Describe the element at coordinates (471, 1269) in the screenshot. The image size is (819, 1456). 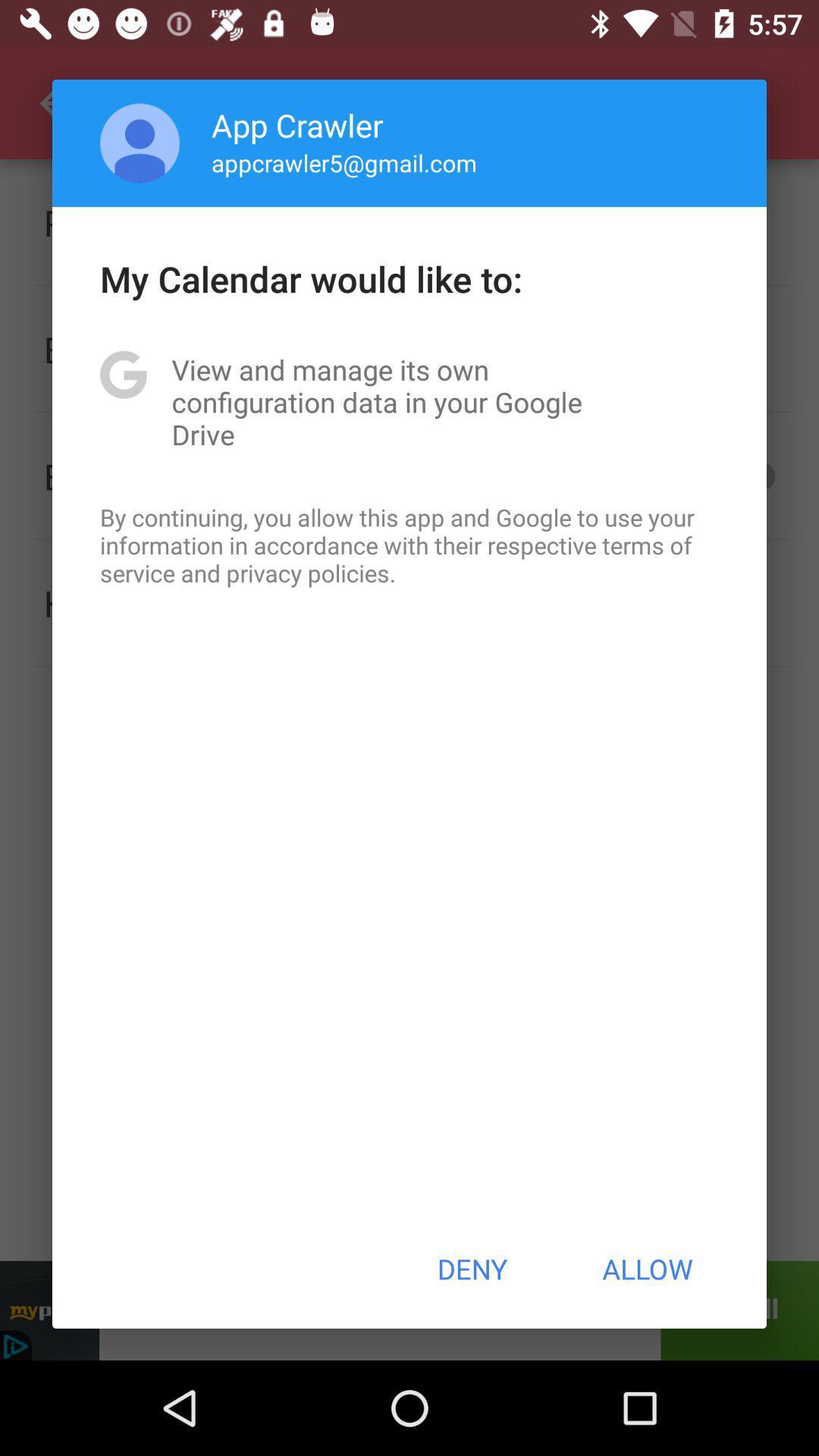
I see `app below the by continuing you icon` at that location.